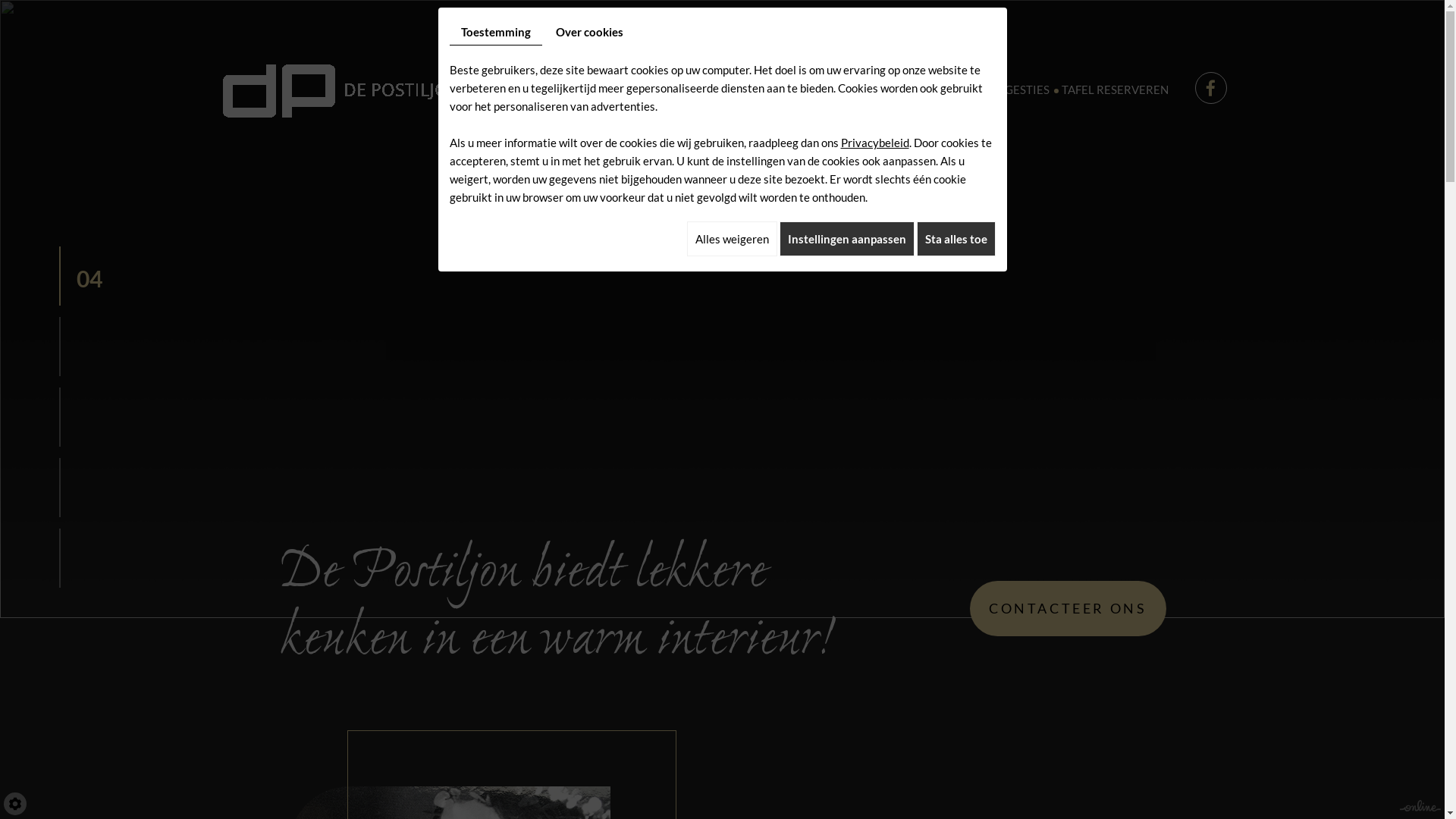  Describe the element at coordinates (14, 803) in the screenshot. I see `'Cookie-instelling bewerken'` at that location.